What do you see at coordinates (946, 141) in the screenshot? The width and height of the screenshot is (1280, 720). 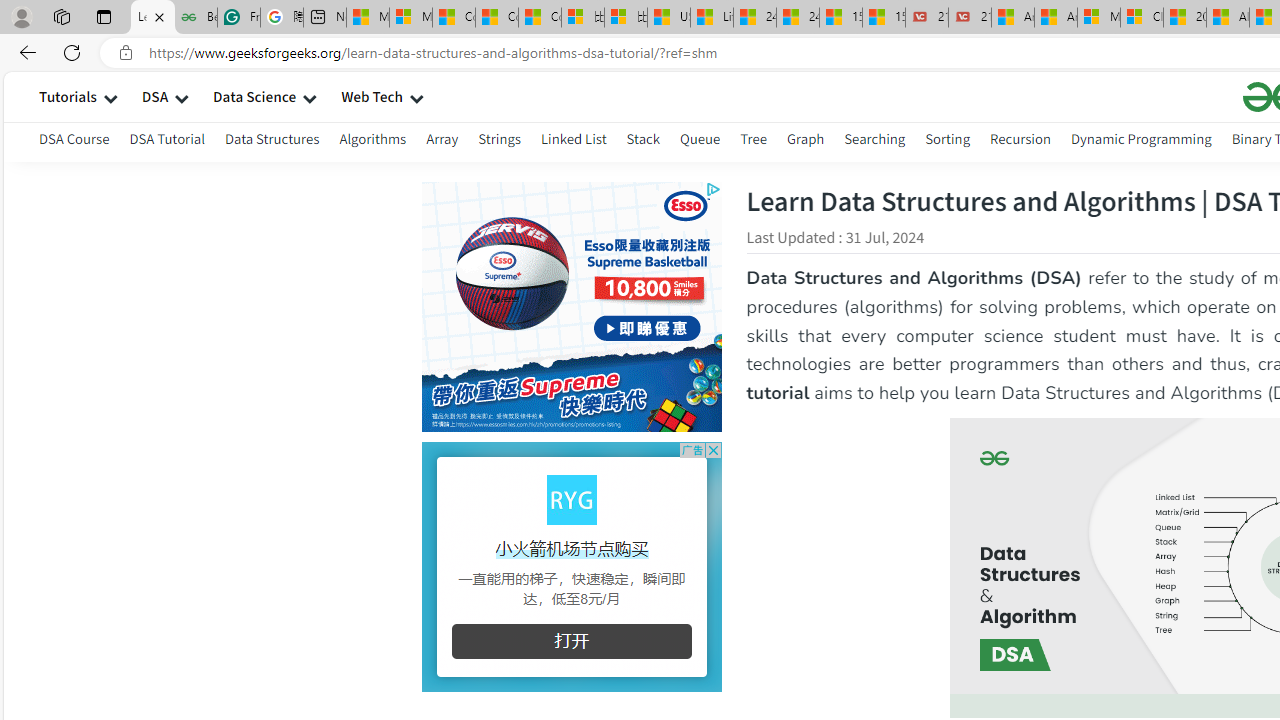 I see `'Sorting'` at bounding box center [946, 141].